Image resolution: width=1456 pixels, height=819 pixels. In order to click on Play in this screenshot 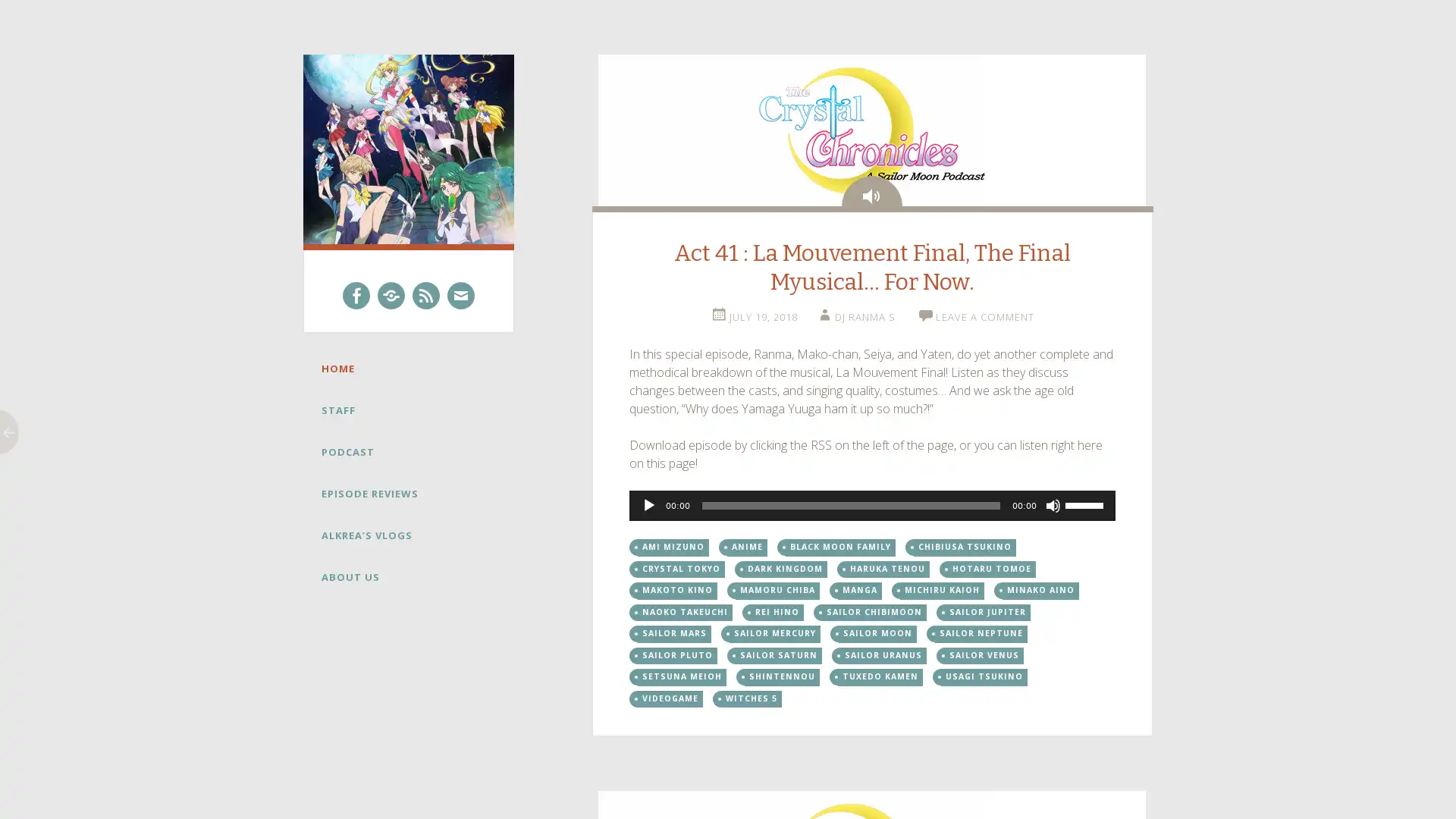, I will do `click(648, 506)`.